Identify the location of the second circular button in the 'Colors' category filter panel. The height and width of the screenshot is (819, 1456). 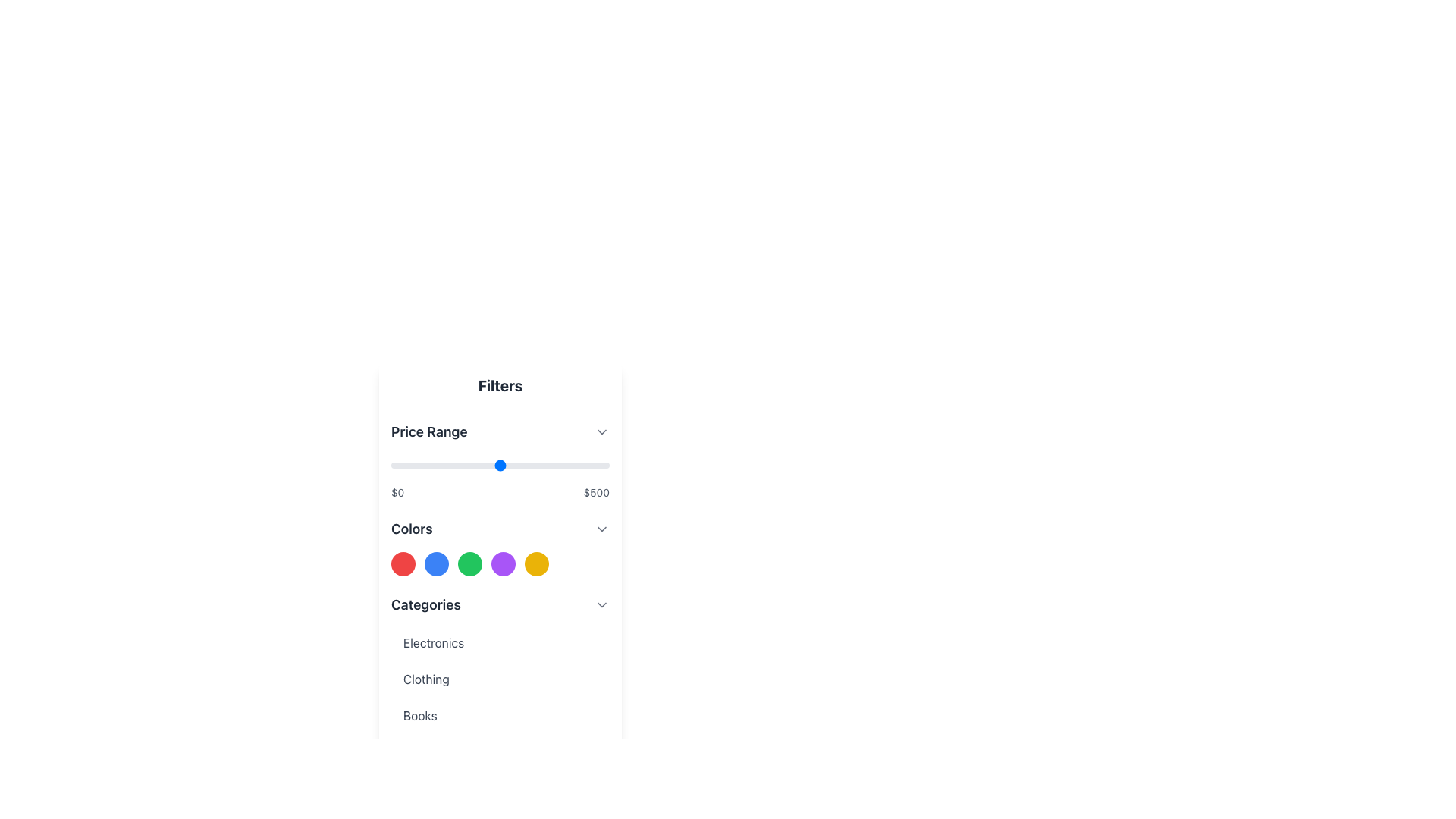
(436, 564).